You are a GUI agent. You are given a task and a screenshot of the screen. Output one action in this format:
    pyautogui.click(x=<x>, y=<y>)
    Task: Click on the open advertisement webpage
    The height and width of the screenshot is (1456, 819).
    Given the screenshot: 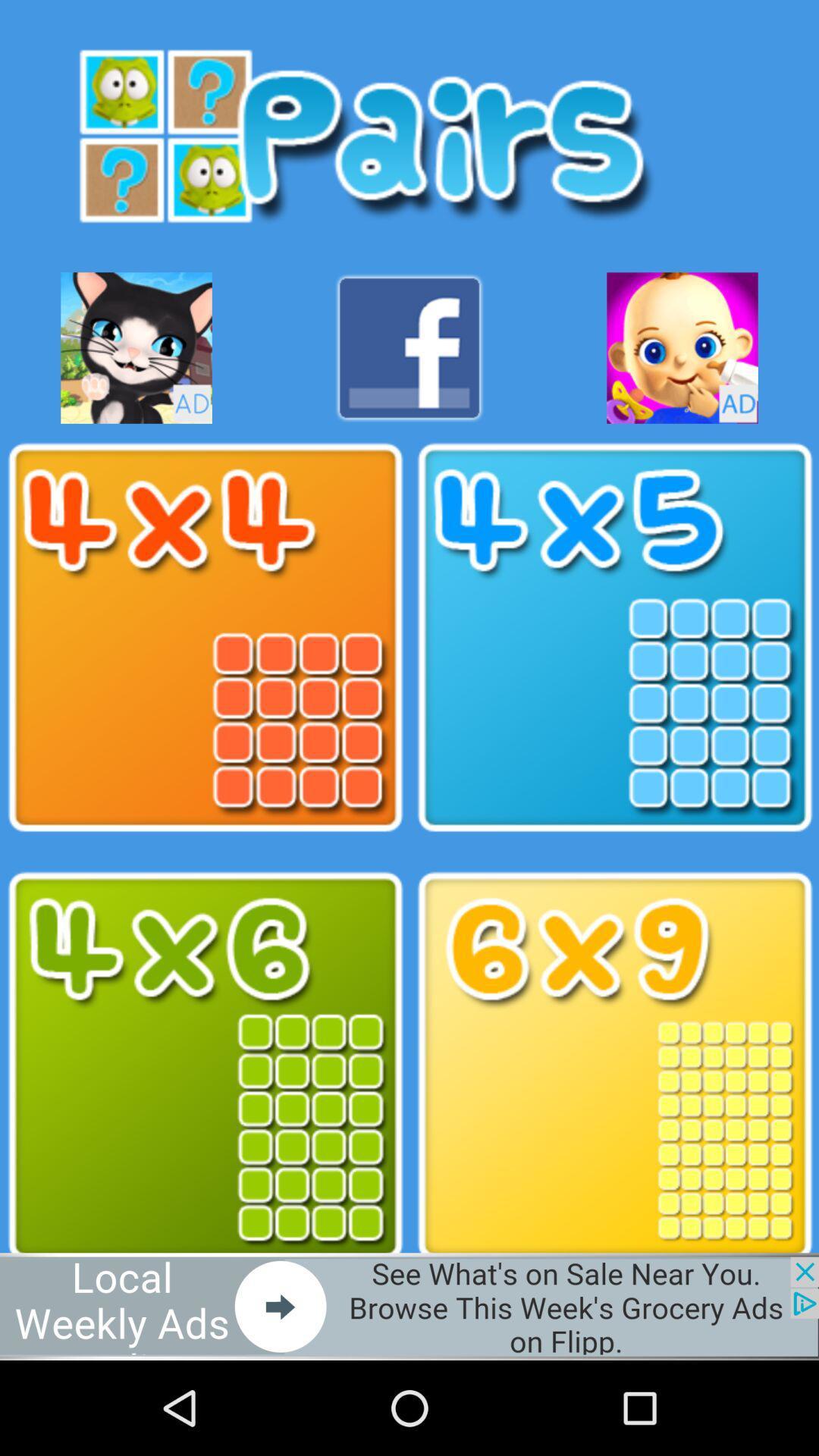 What is the action you would take?
    pyautogui.click(x=409, y=1306)
    